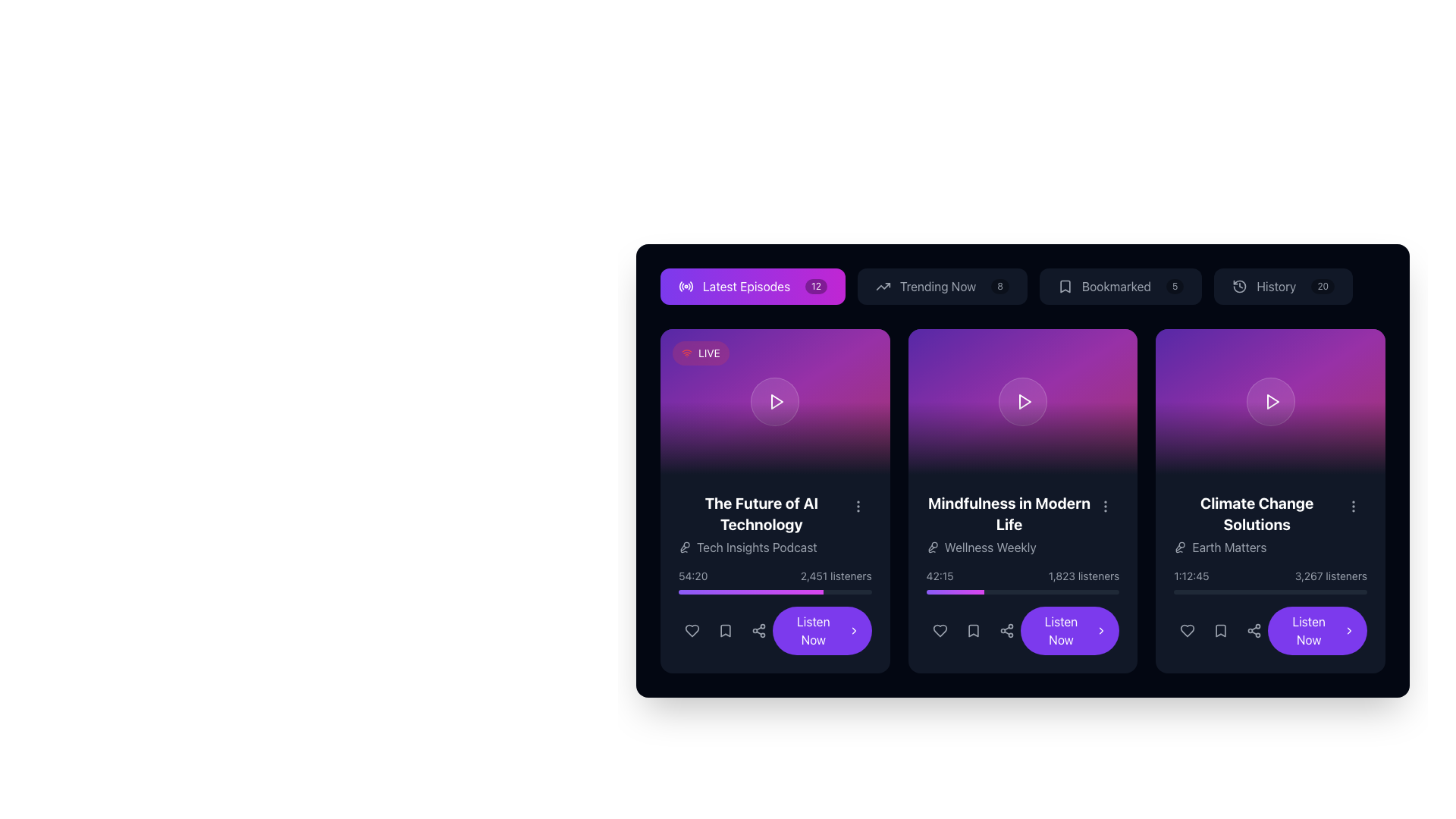  What do you see at coordinates (973, 631) in the screenshot?
I see `the bookmark icon located` at bounding box center [973, 631].